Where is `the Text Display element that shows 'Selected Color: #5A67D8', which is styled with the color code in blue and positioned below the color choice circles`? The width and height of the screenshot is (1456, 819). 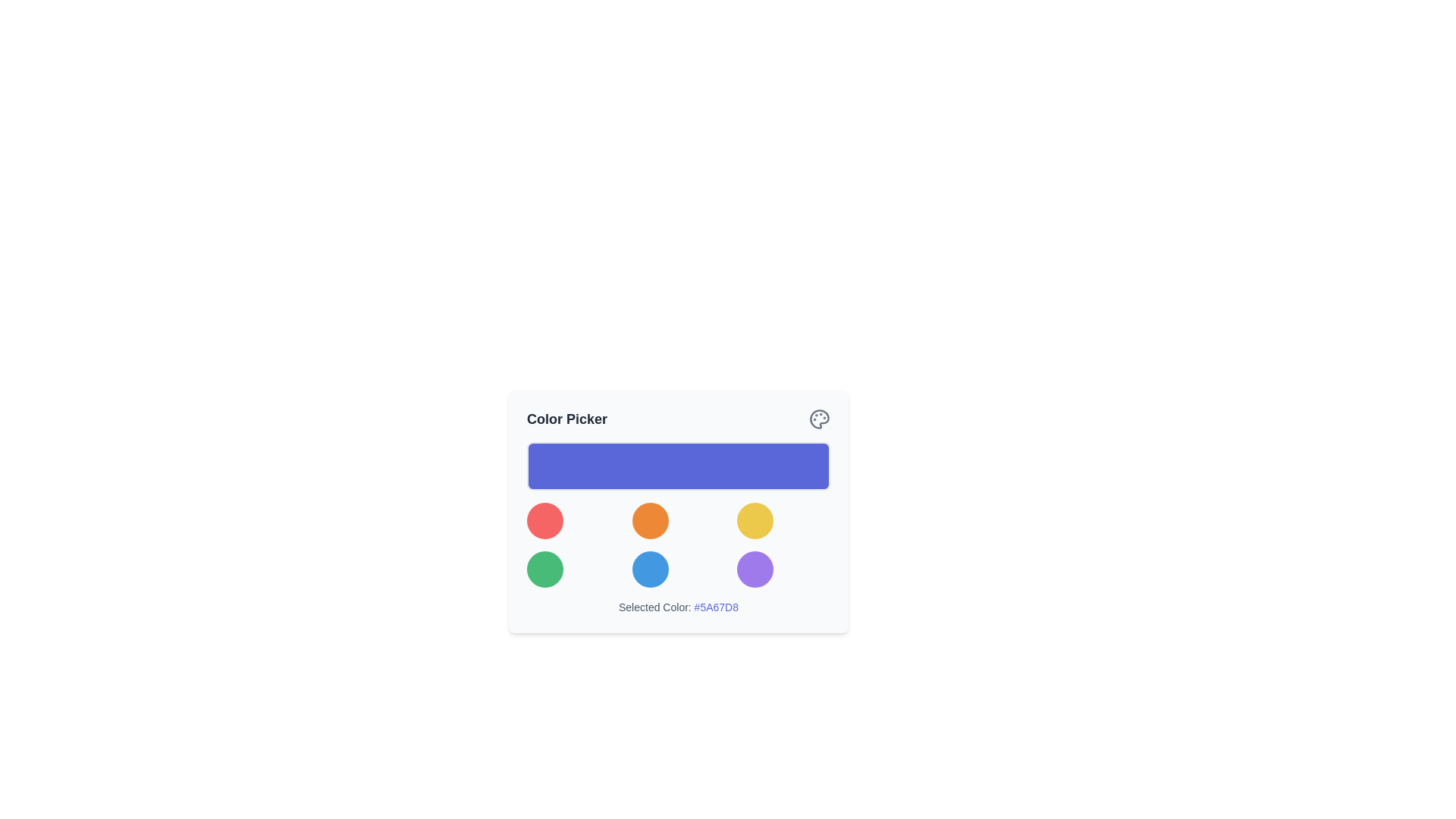 the Text Display element that shows 'Selected Color: #5A67D8', which is styled with the color code in blue and positioned below the color choice circles is located at coordinates (677, 607).